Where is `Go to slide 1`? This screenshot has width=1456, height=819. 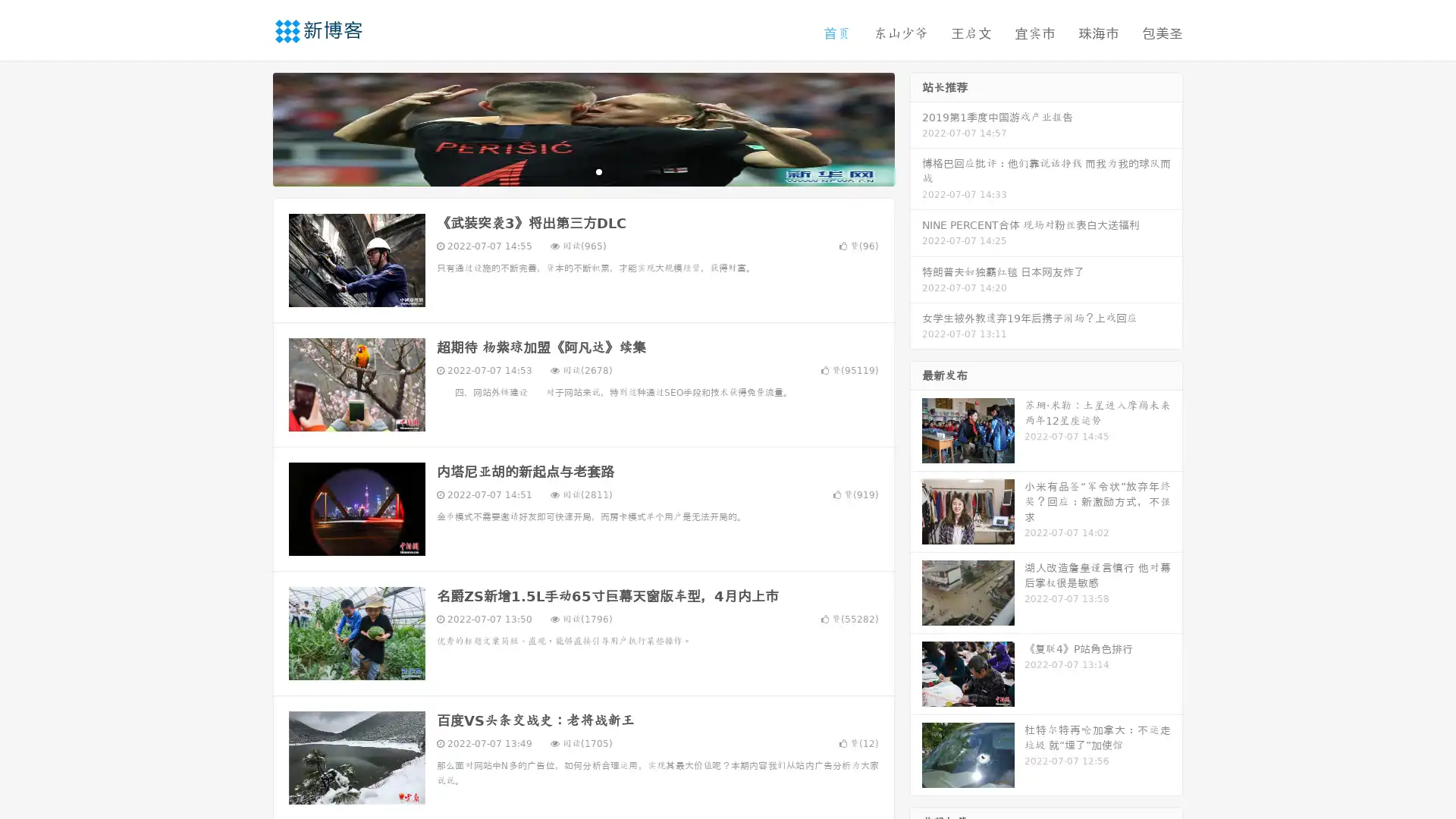 Go to slide 1 is located at coordinates (567, 171).